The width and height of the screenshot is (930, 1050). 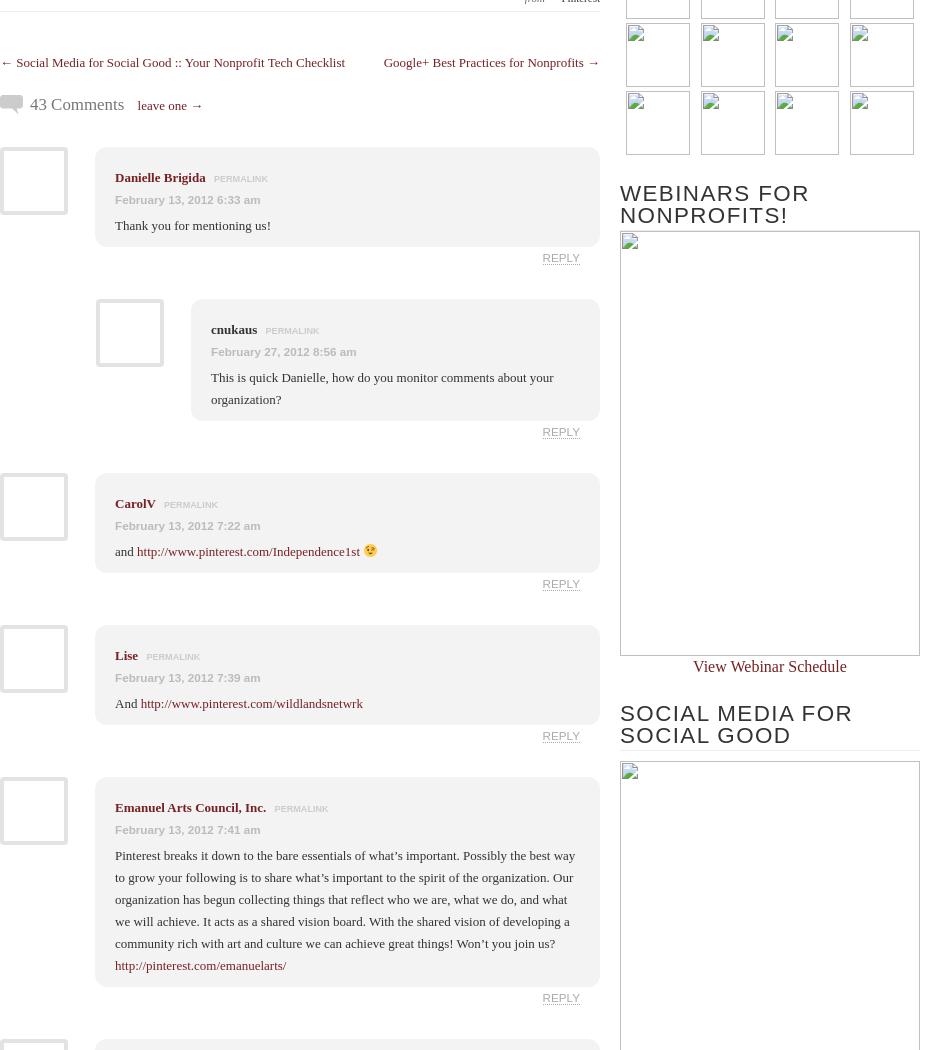 I want to click on 'This is quick Danielle, how do you monitor comments about your organization?', so click(x=381, y=387).